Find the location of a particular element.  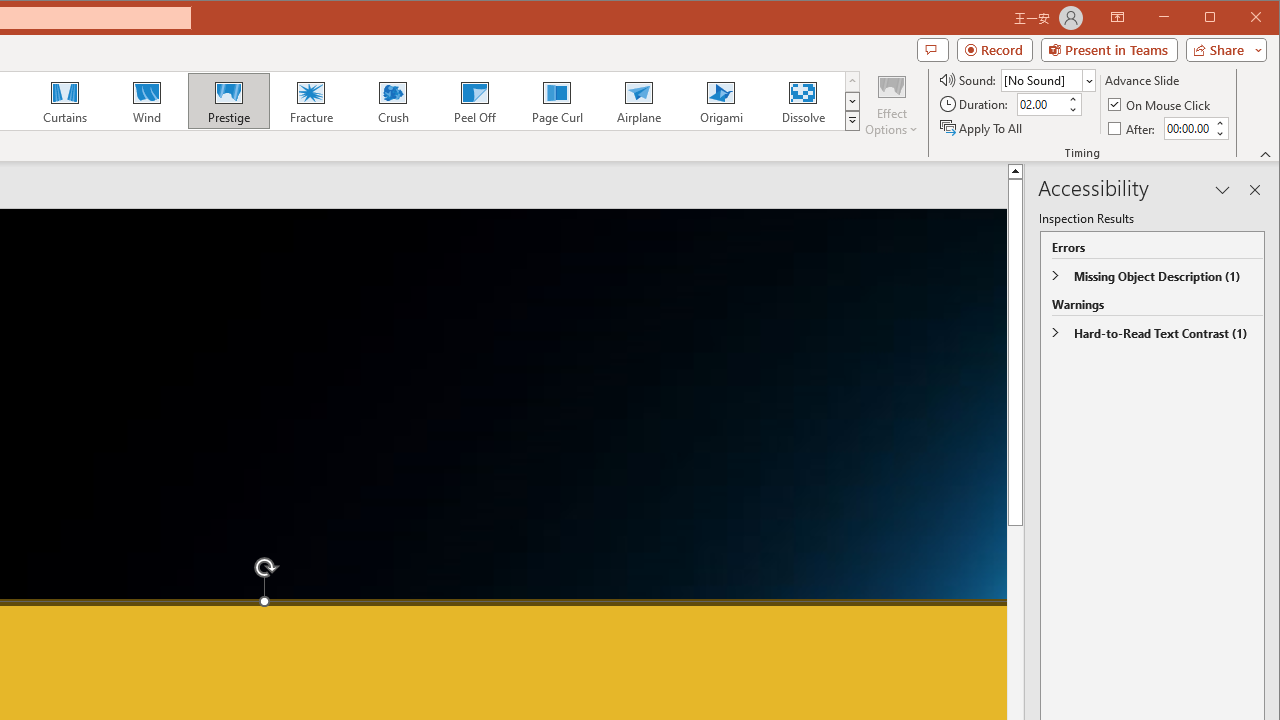

'Duration' is located at coordinates (1040, 104).